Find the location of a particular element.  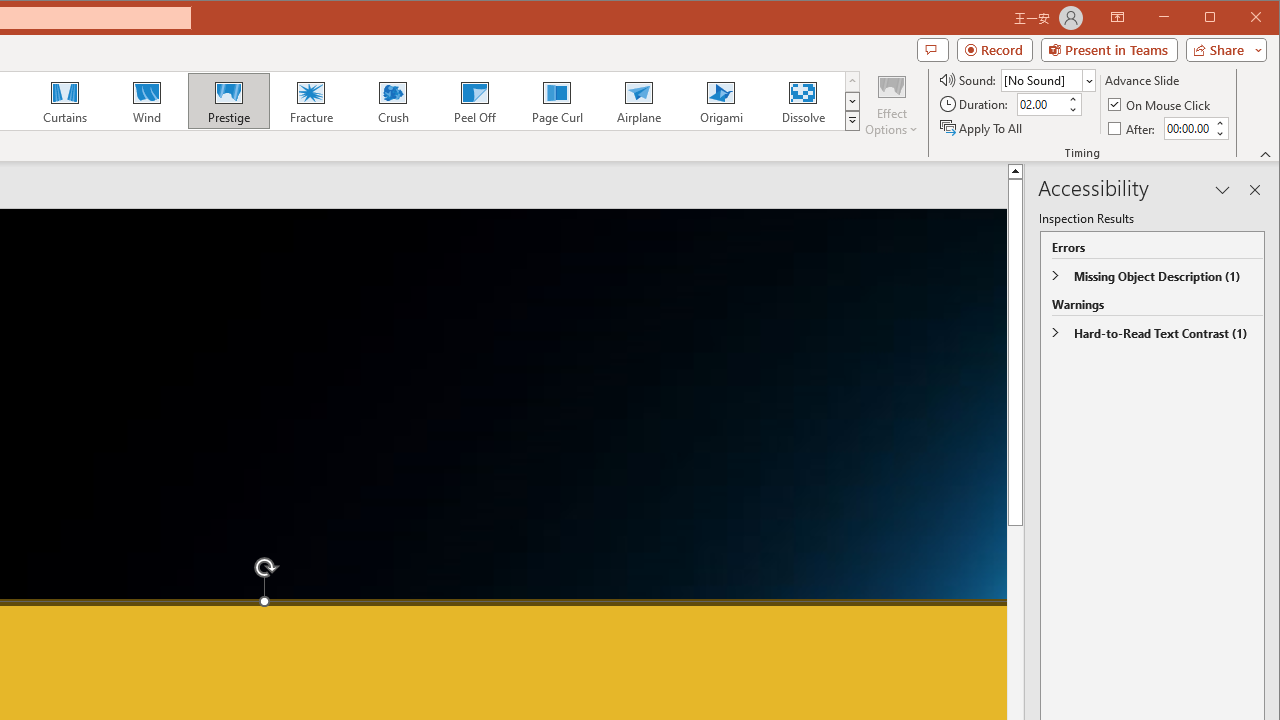

'Duration' is located at coordinates (1040, 104).